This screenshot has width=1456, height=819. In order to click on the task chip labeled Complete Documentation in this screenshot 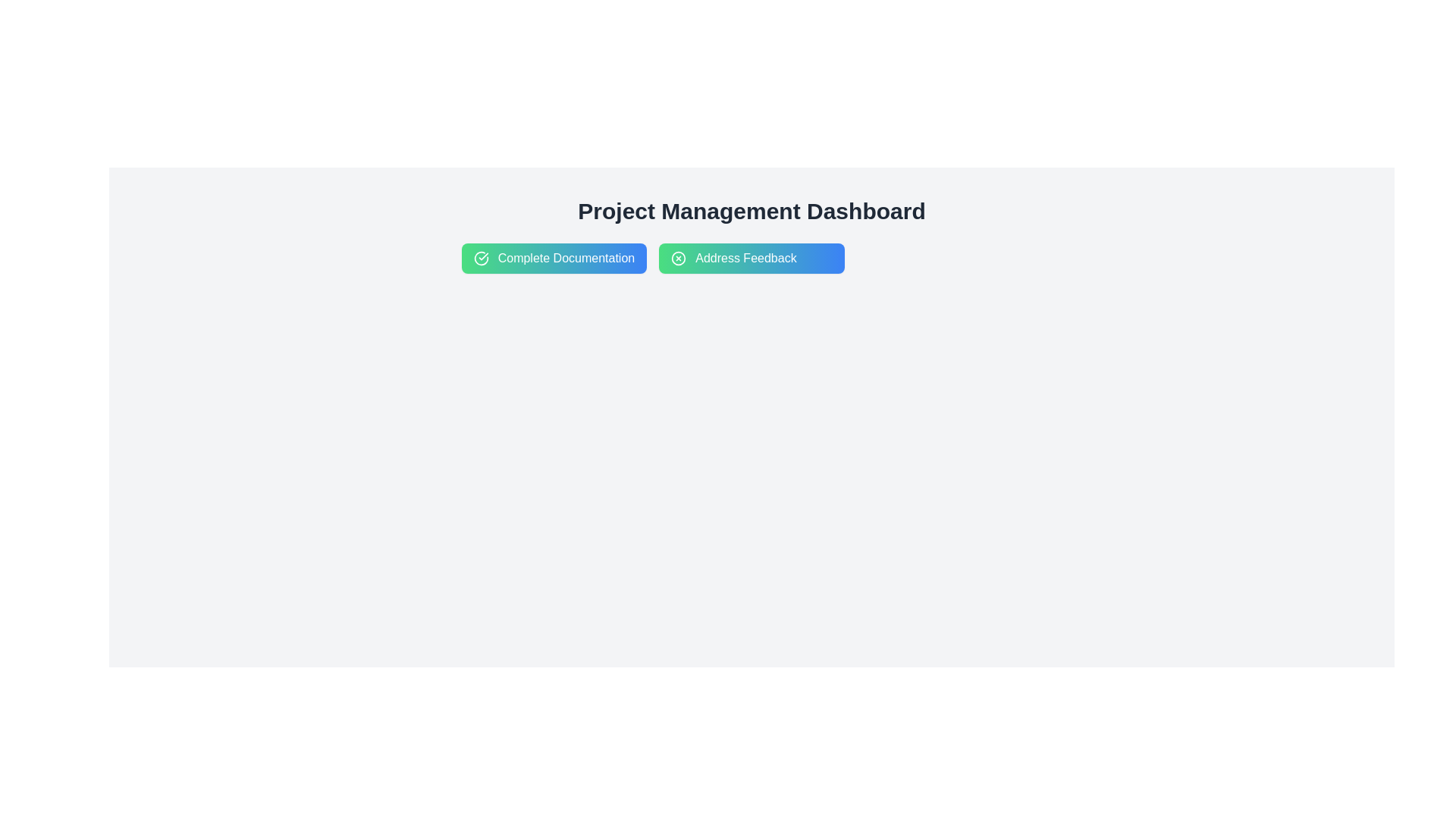, I will do `click(553, 257)`.